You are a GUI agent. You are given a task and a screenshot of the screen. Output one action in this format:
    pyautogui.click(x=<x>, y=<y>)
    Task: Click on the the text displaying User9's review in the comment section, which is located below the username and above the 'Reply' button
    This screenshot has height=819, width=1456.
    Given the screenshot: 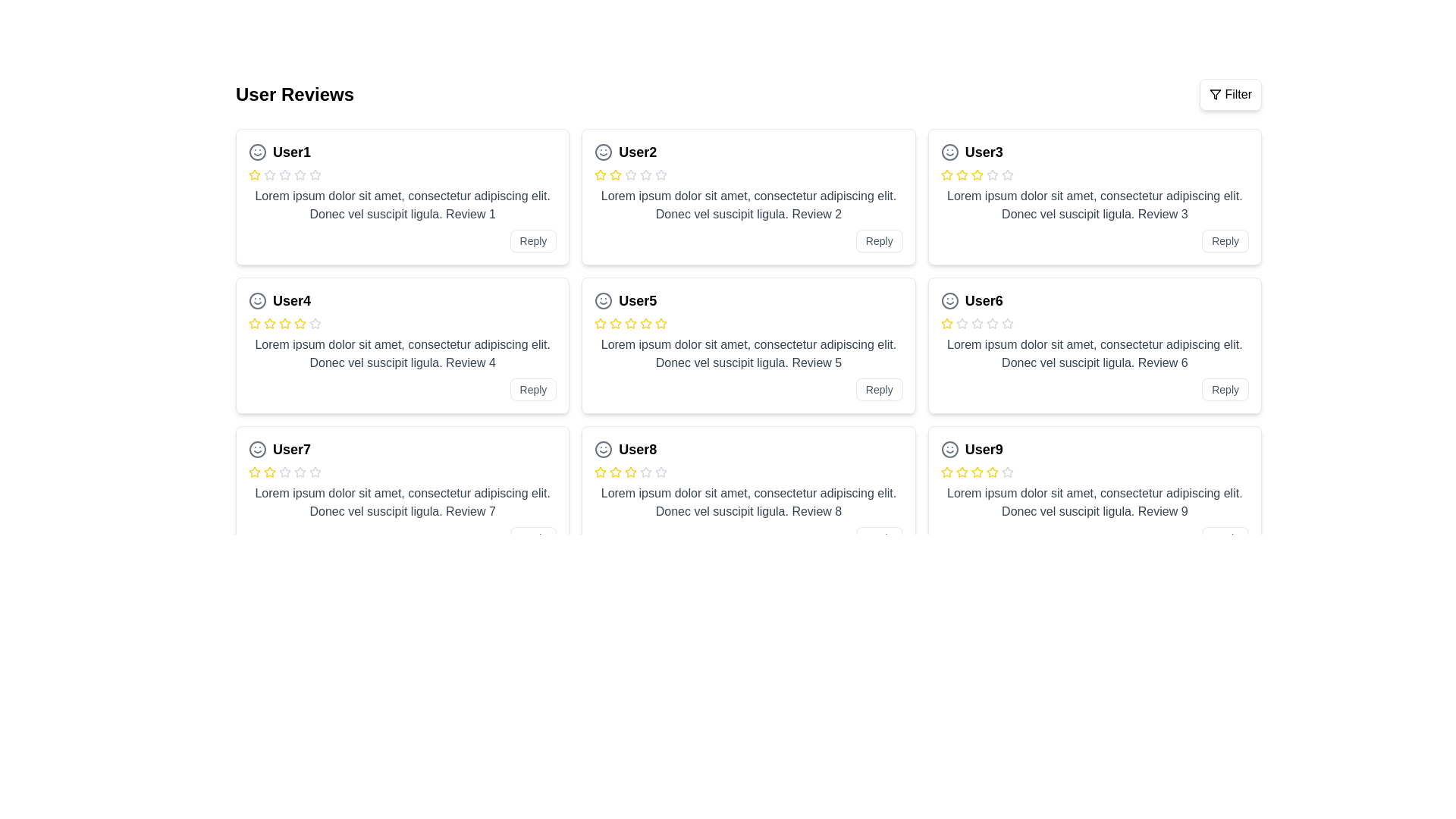 What is the action you would take?
    pyautogui.click(x=1094, y=503)
    